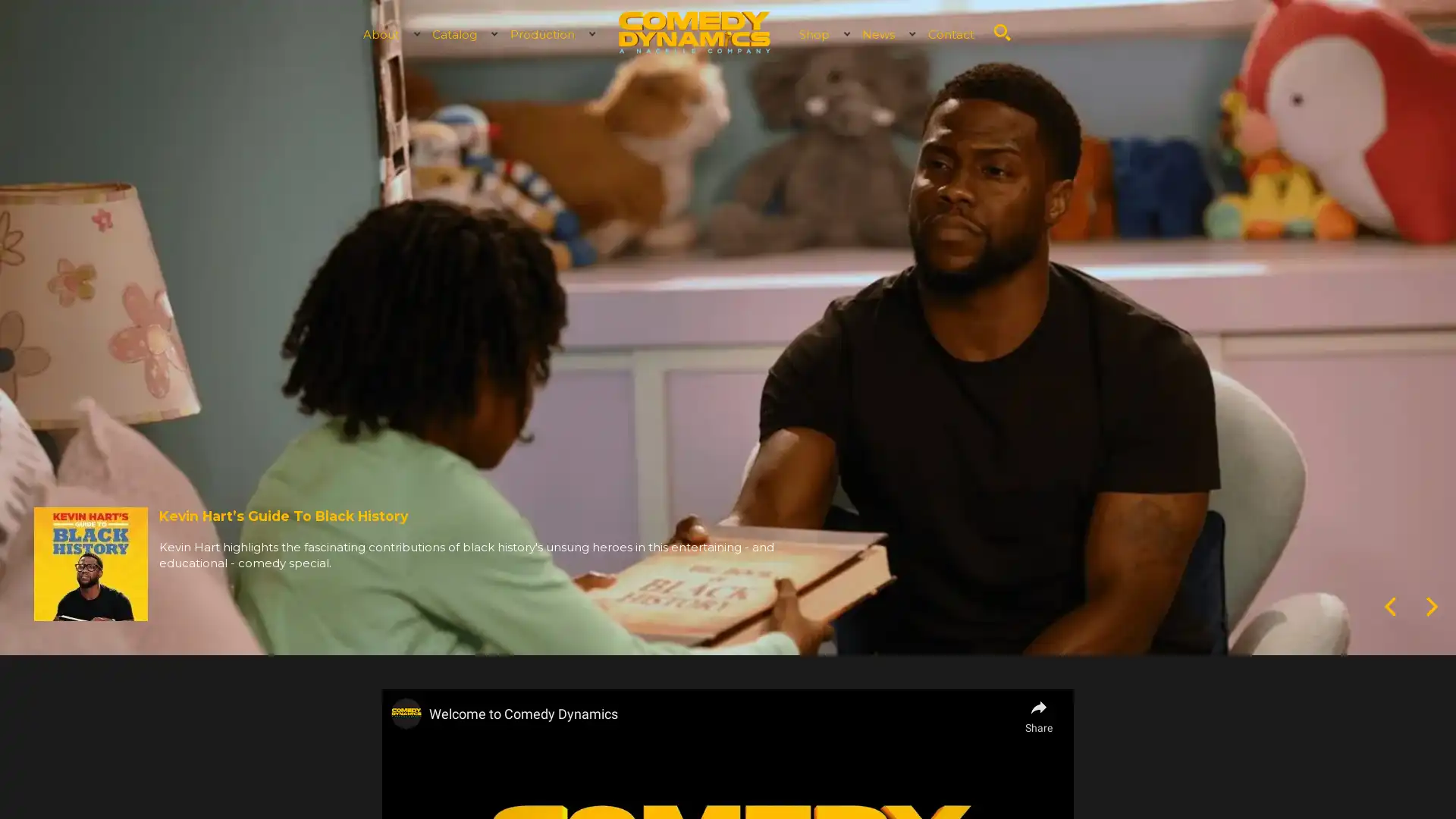 The image size is (1456, 819). I want to click on Expand child menu, so click(912, 34).